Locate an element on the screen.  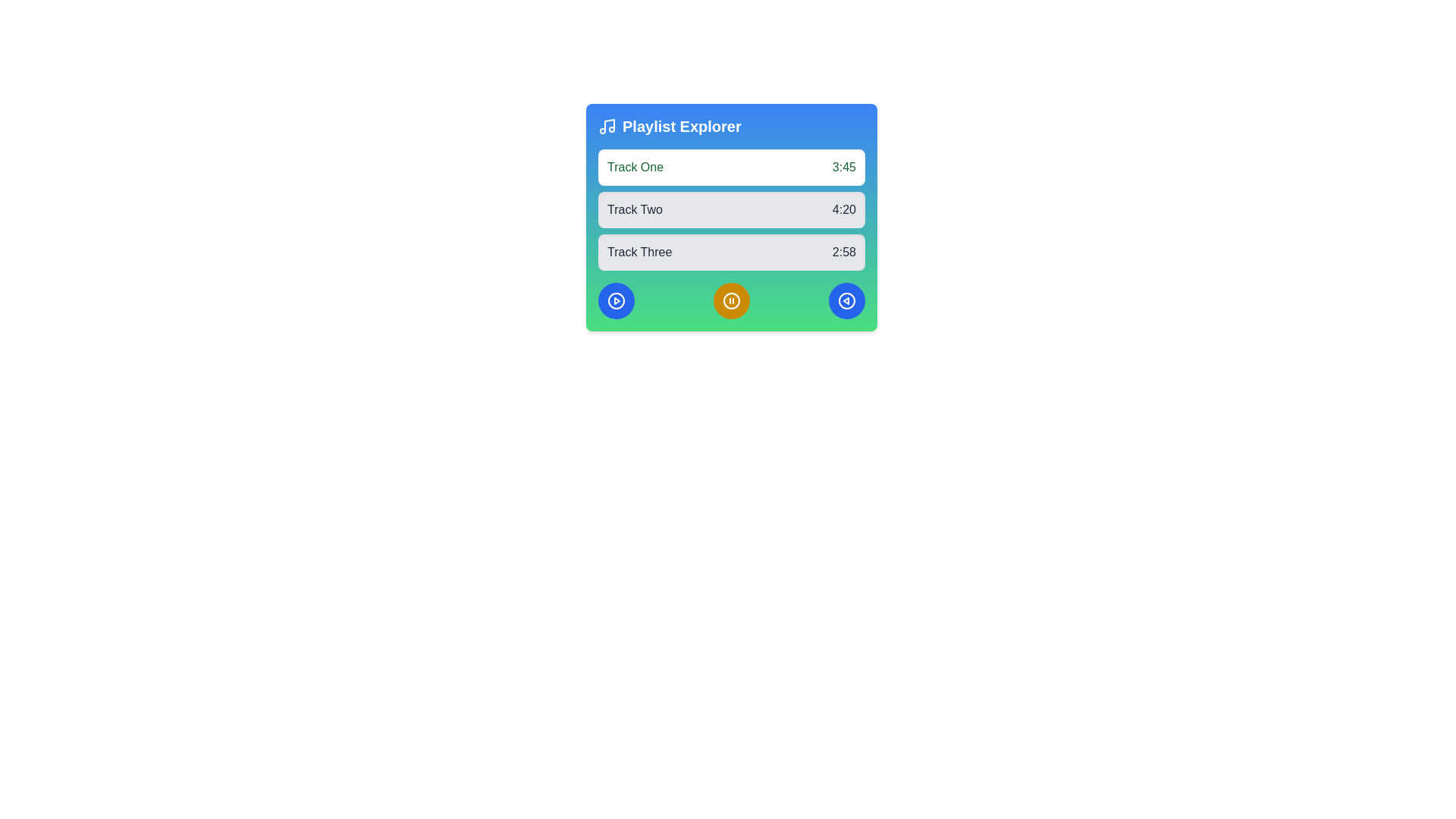
the circular blue button with a white play icon located at the bottom of the playlist interface is located at coordinates (616, 301).